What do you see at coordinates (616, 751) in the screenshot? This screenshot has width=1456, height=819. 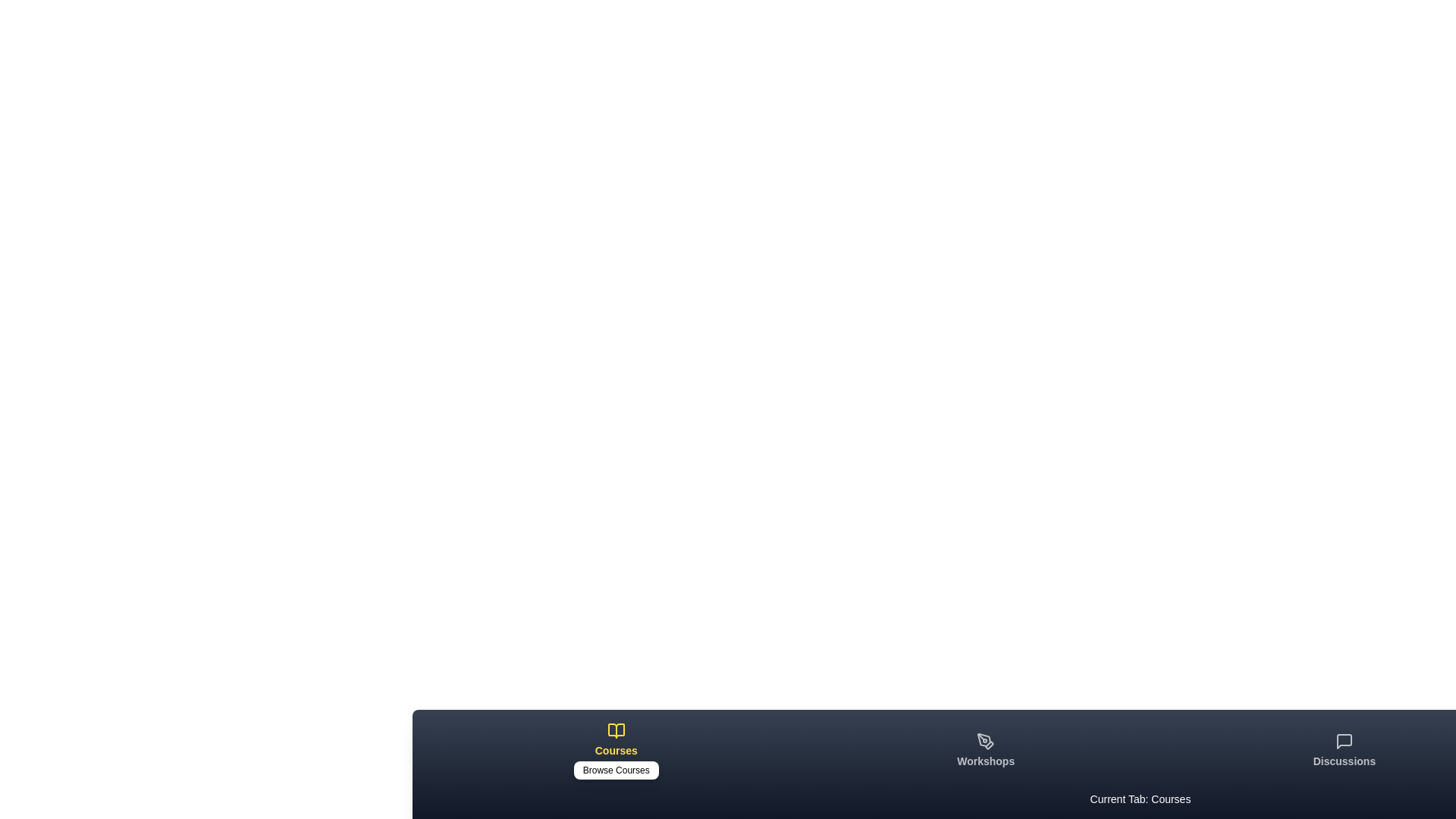 I see `the tab labeled Courses by clicking on its icon or label` at bounding box center [616, 751].